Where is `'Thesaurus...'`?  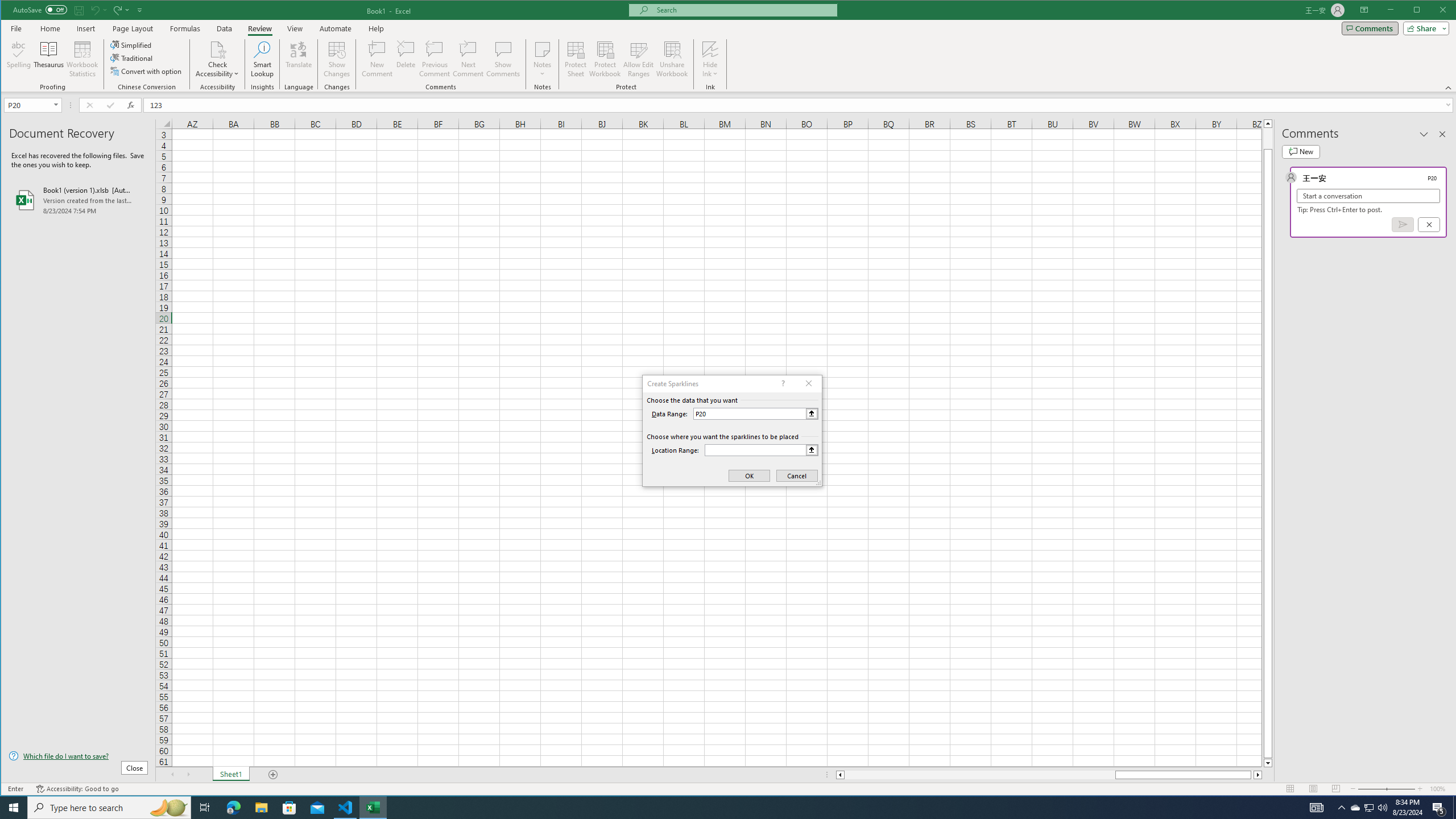 'Thesaurus...' is located at coordinates (48, 59).